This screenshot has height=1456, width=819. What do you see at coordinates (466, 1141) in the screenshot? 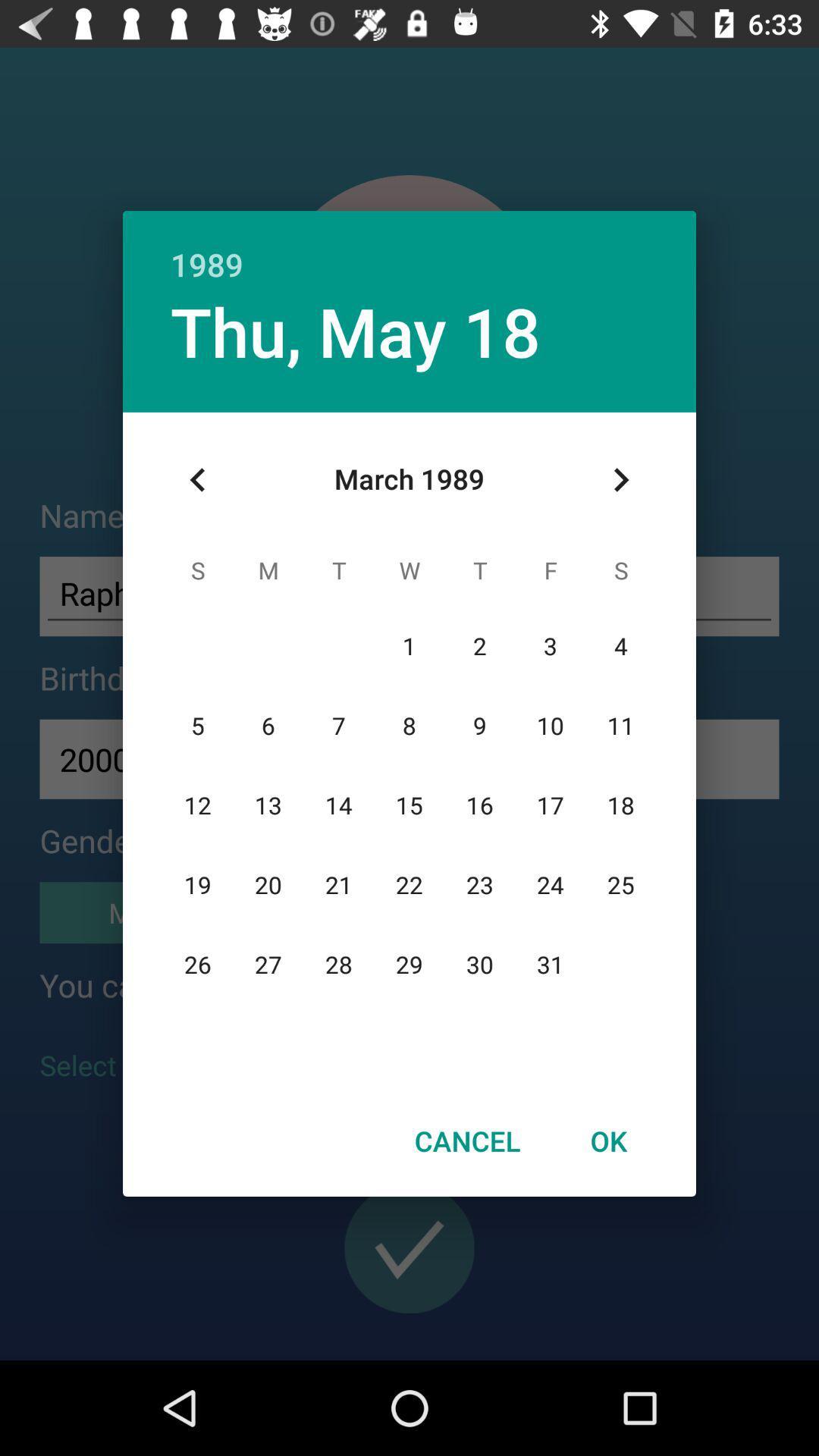
I see `the cancel` at bounding box center [466, 1141].